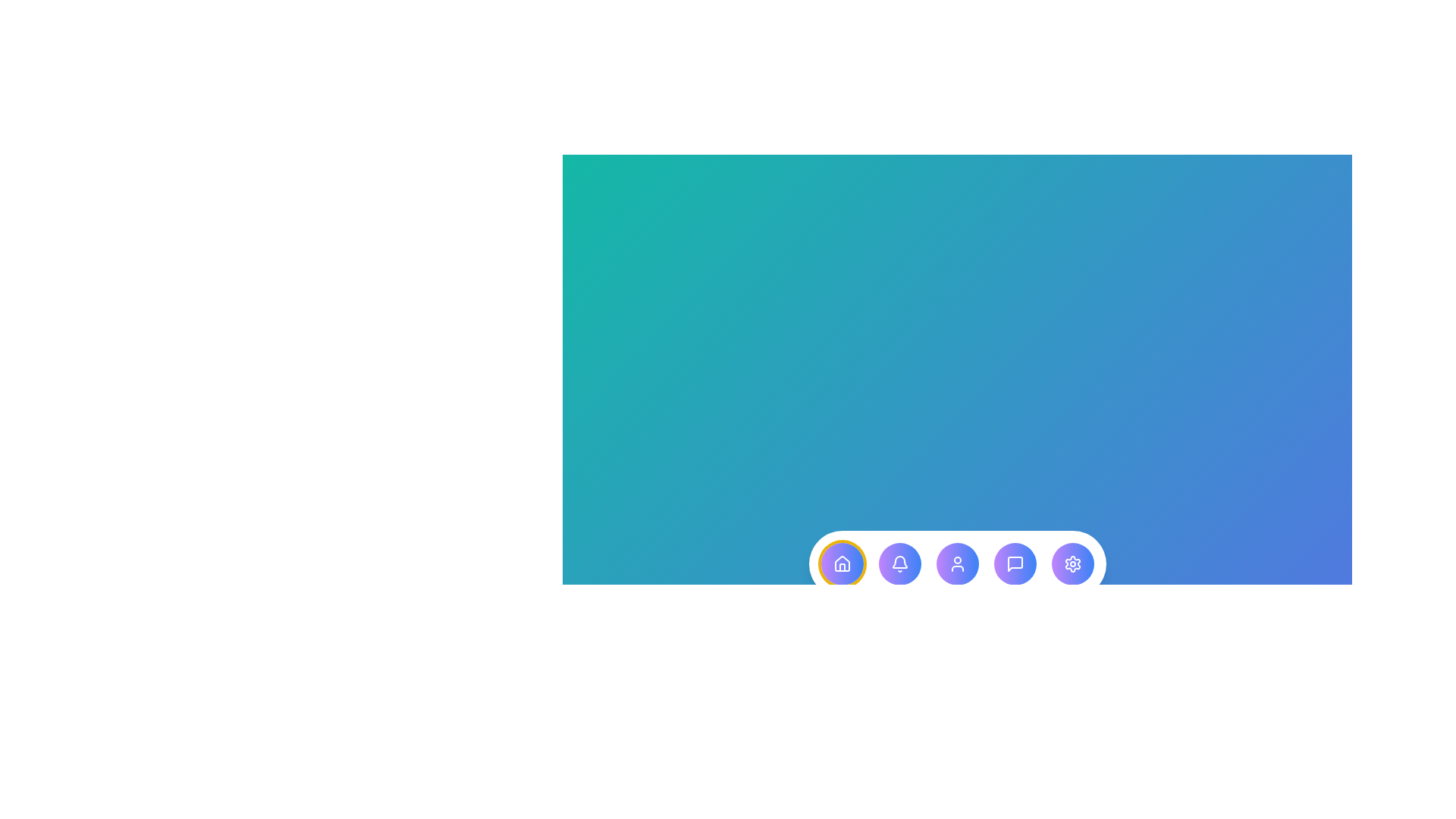 The height and width of the screenshot is (819, 1456). What do you see at coordinates (841, 564) in the screenshot?
I see `the menu item corresponding to Dashboard` at bounding box center [841, 564].